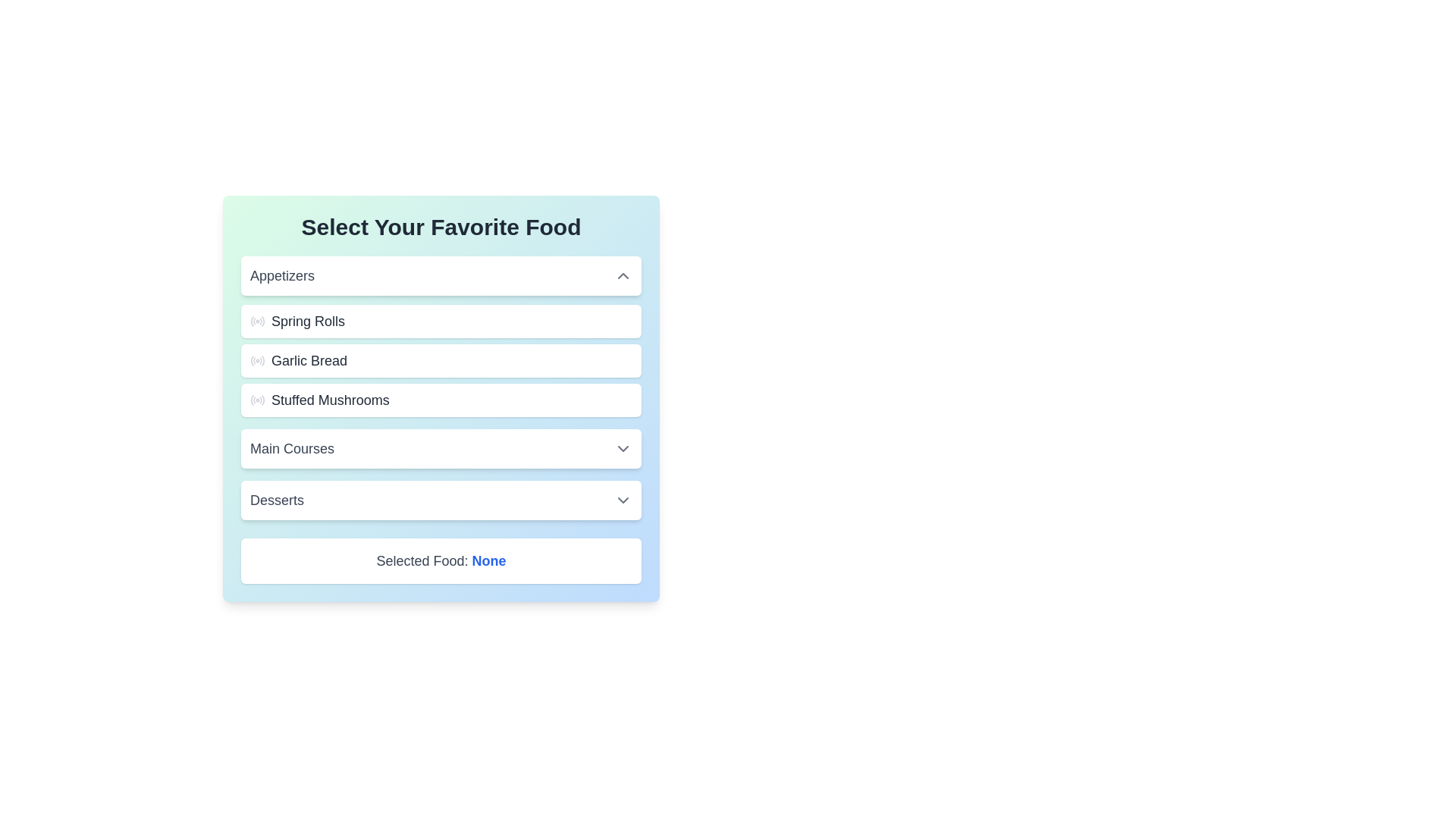 The width and height of the screenshot is (1456, 819). Describe the element at coordinates (307, 321) in the screenshot. I see `the 'Spring Rolls' text label in the appetizers menu, which is the second option in a vertically aligned list` at that location.